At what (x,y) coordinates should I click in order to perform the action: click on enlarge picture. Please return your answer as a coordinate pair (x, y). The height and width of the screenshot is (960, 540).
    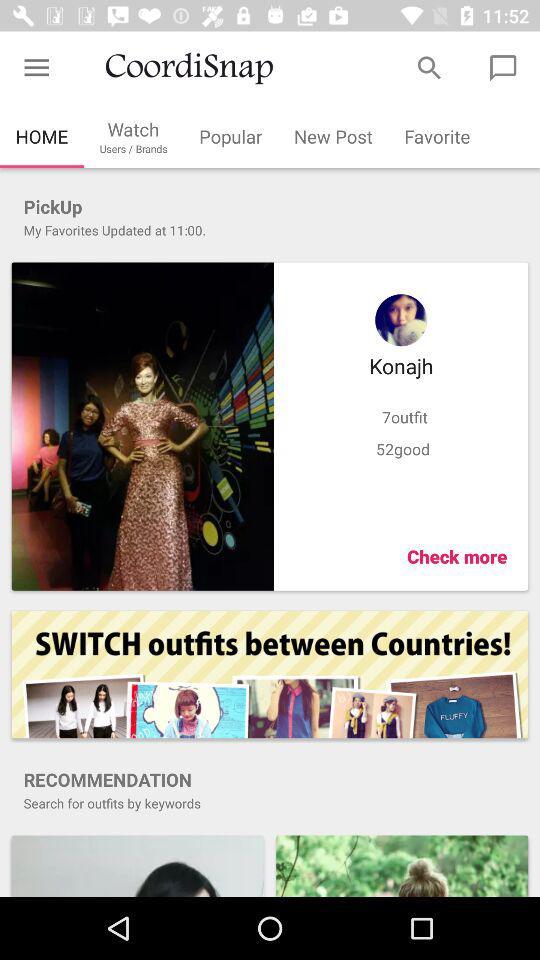
    Looking at the image, I should click on (402, 864).